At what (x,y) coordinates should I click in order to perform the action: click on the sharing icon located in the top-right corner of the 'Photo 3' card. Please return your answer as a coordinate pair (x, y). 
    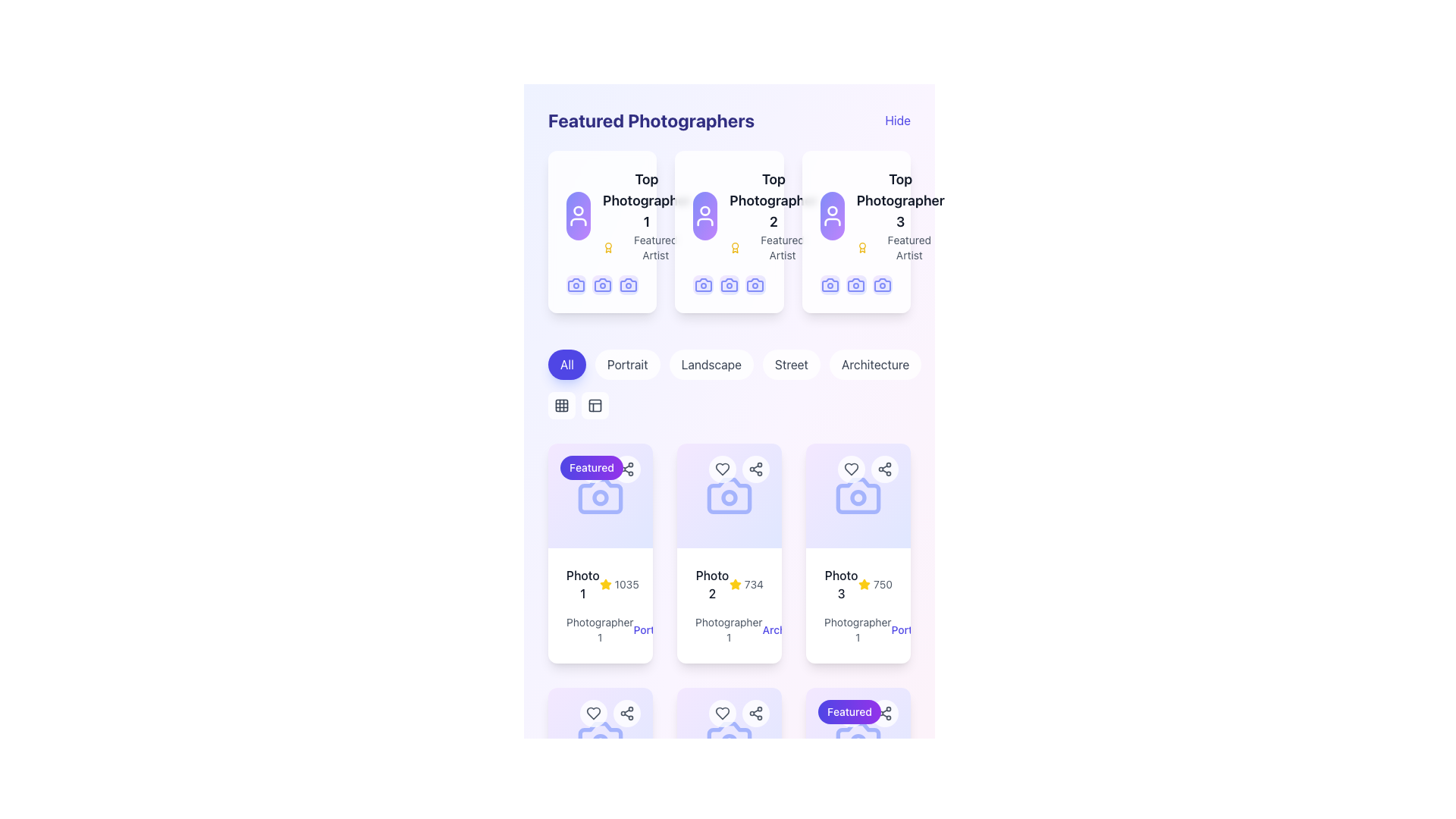
    Looking at the image, I should click on (884, 714).